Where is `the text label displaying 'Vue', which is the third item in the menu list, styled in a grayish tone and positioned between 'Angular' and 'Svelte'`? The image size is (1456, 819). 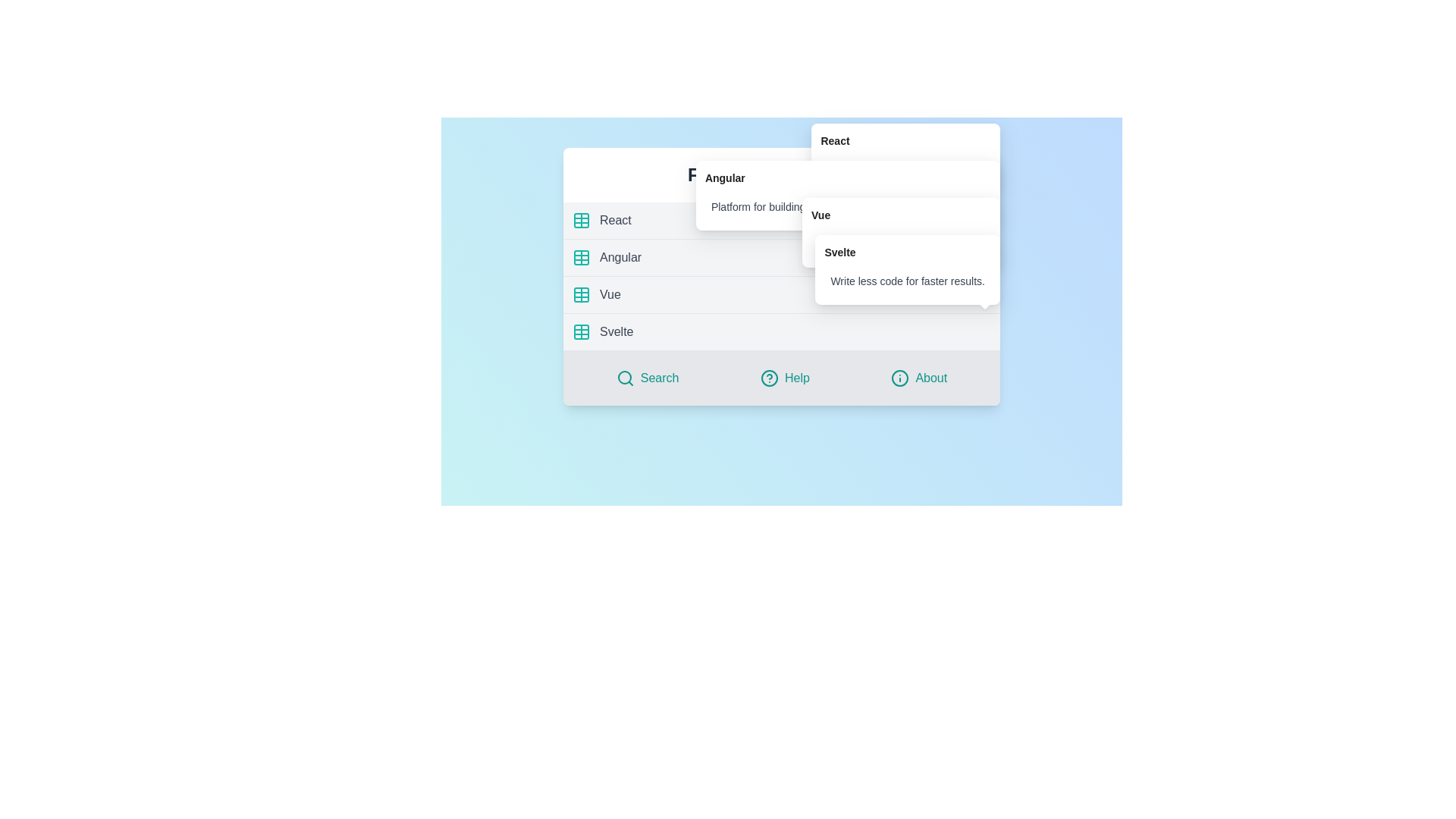
the text label displaying 'Vue', which is the third item in the menu list, styled in a grayish tone and positioned between 'Angular' and 'Svelte' is located at coordinates (610, 295).